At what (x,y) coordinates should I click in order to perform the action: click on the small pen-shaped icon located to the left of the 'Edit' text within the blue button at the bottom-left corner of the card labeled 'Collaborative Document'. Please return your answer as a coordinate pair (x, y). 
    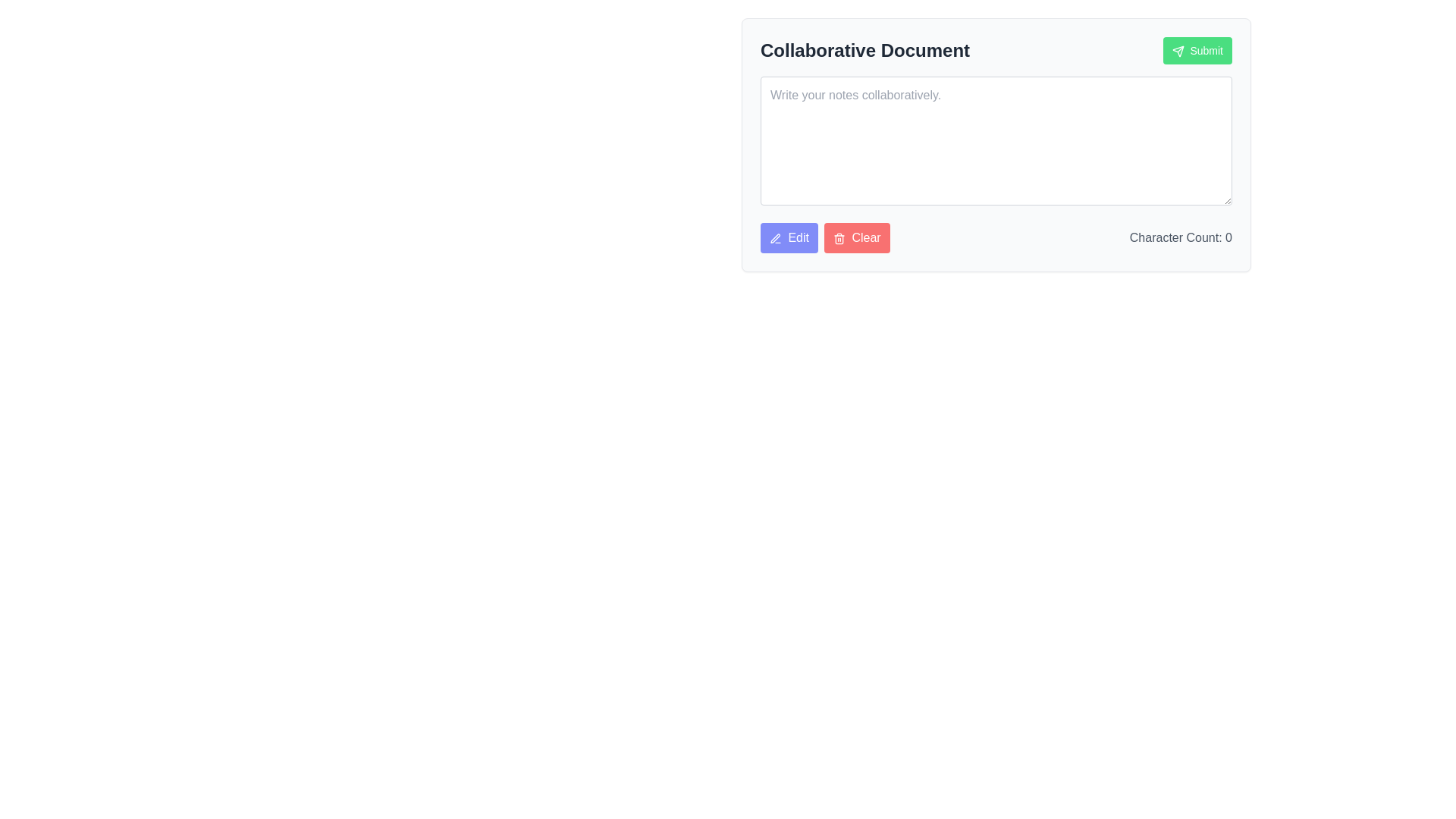
    Looking at the image, I should click on (775, 237).